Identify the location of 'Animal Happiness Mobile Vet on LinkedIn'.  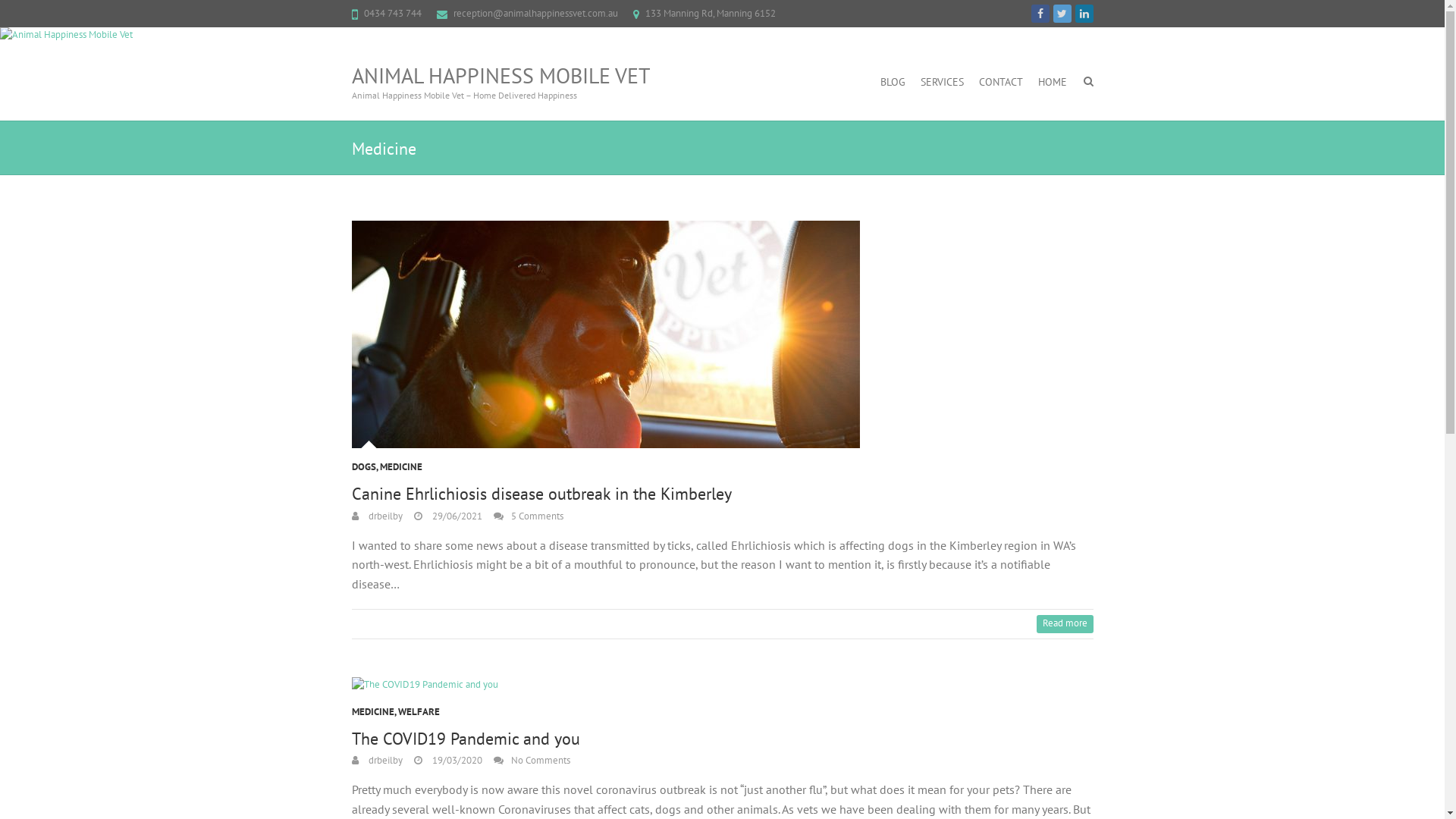
(1084, 14).